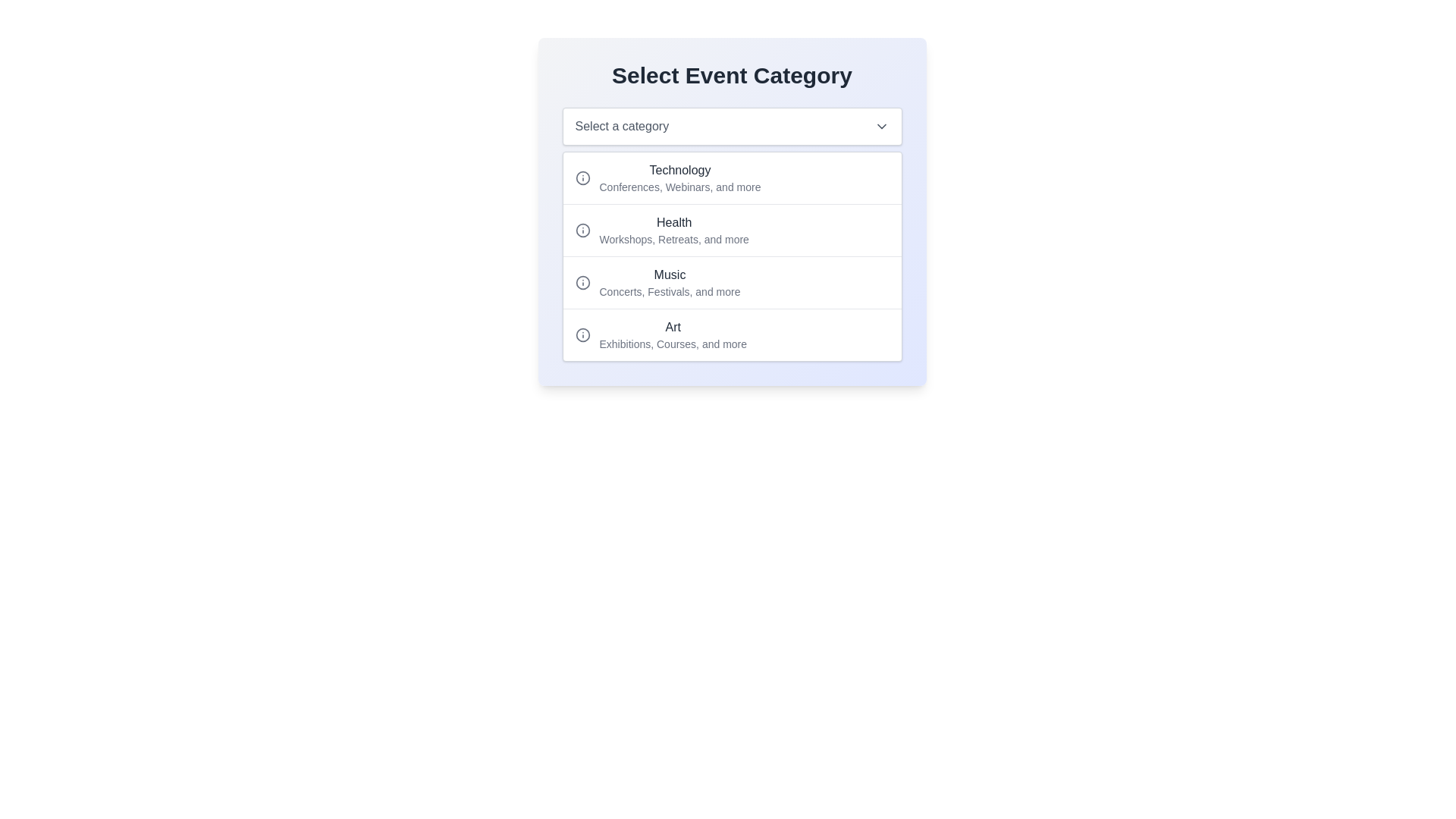 The height and width of the screenshot is (819, 1456). Describe the element at coordinates (669, 292) in the screenshot. I see `text label displaying 'Concerts, Festivals, and more' located below the word 'Music' in a small, gray font` at that location.